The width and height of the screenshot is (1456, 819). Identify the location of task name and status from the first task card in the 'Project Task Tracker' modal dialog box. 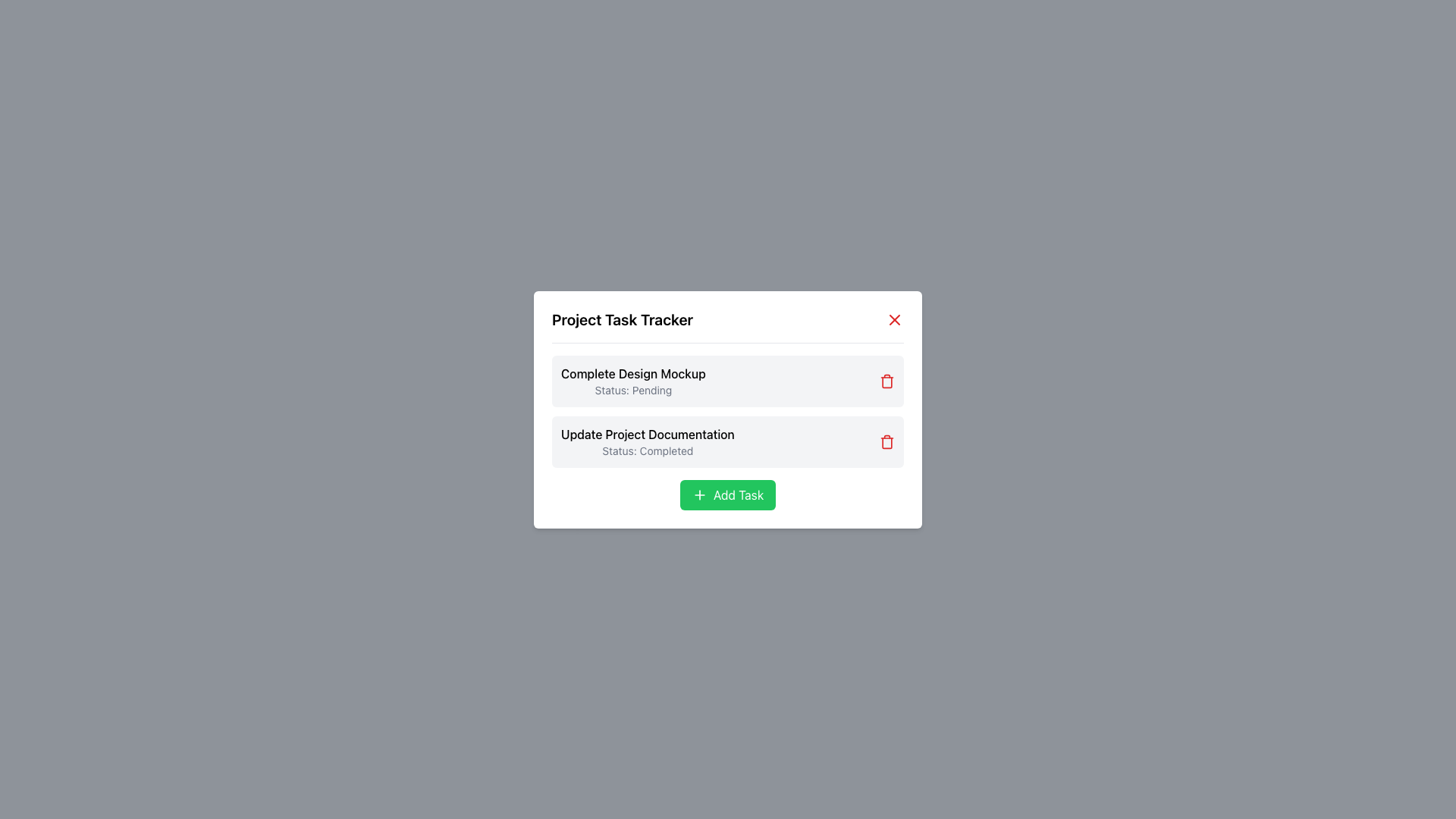
(728, 380).